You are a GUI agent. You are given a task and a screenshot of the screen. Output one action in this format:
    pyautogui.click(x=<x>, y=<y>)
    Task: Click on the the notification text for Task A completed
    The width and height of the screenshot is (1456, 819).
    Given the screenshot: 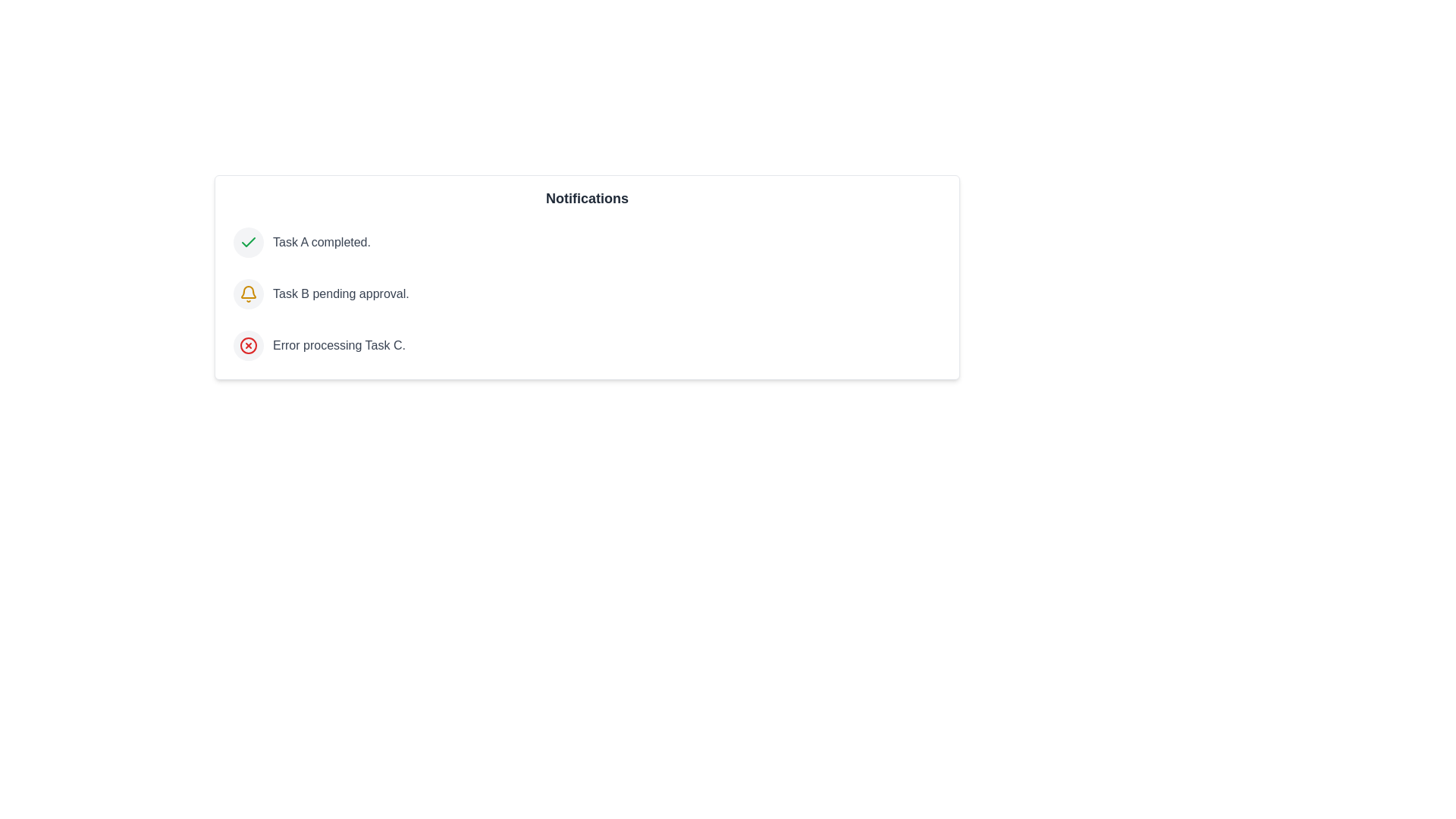 What is the action you would take?
    pyautogui.click(x=320, y=242)
    